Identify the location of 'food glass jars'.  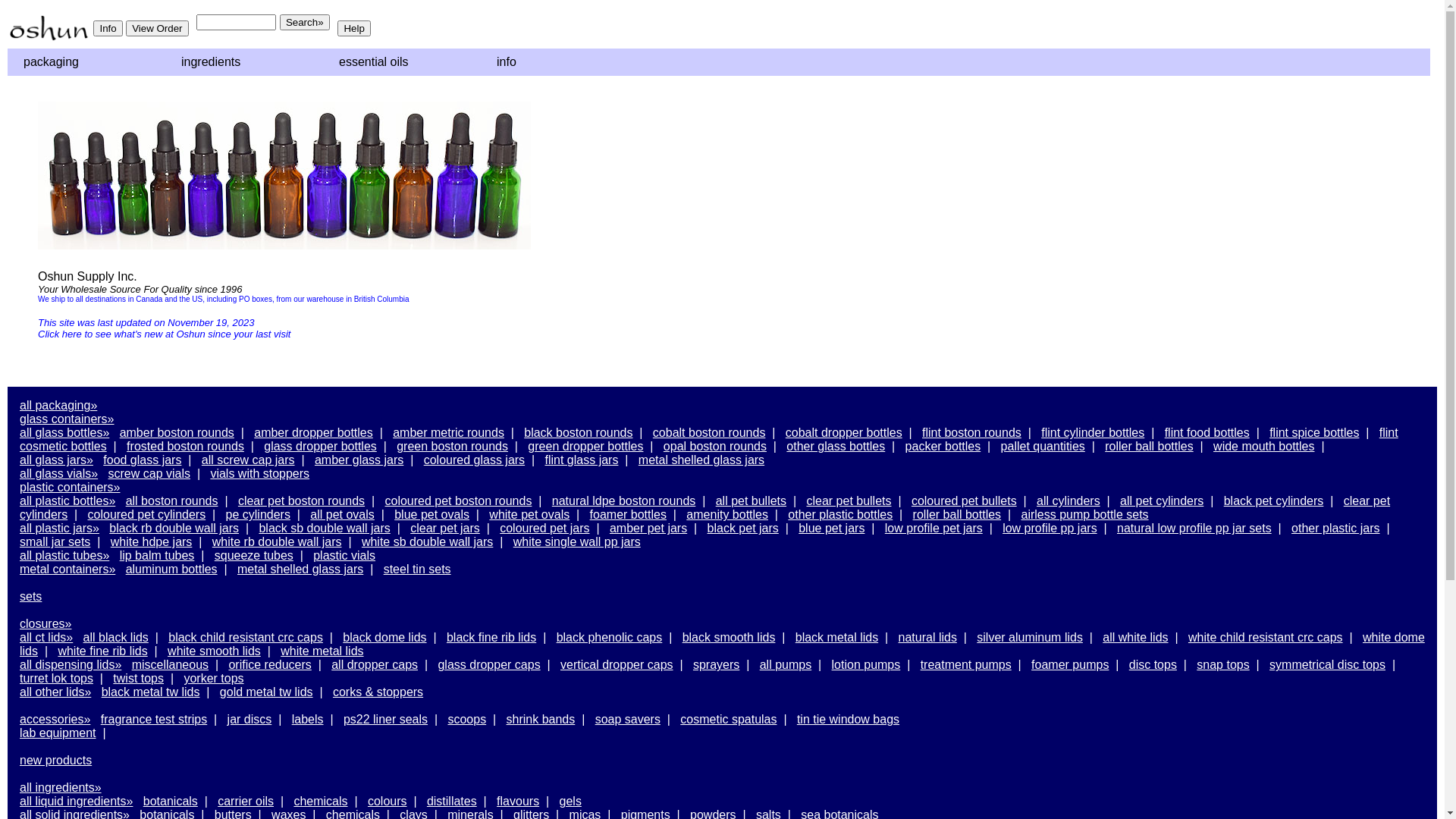
(102, 459).